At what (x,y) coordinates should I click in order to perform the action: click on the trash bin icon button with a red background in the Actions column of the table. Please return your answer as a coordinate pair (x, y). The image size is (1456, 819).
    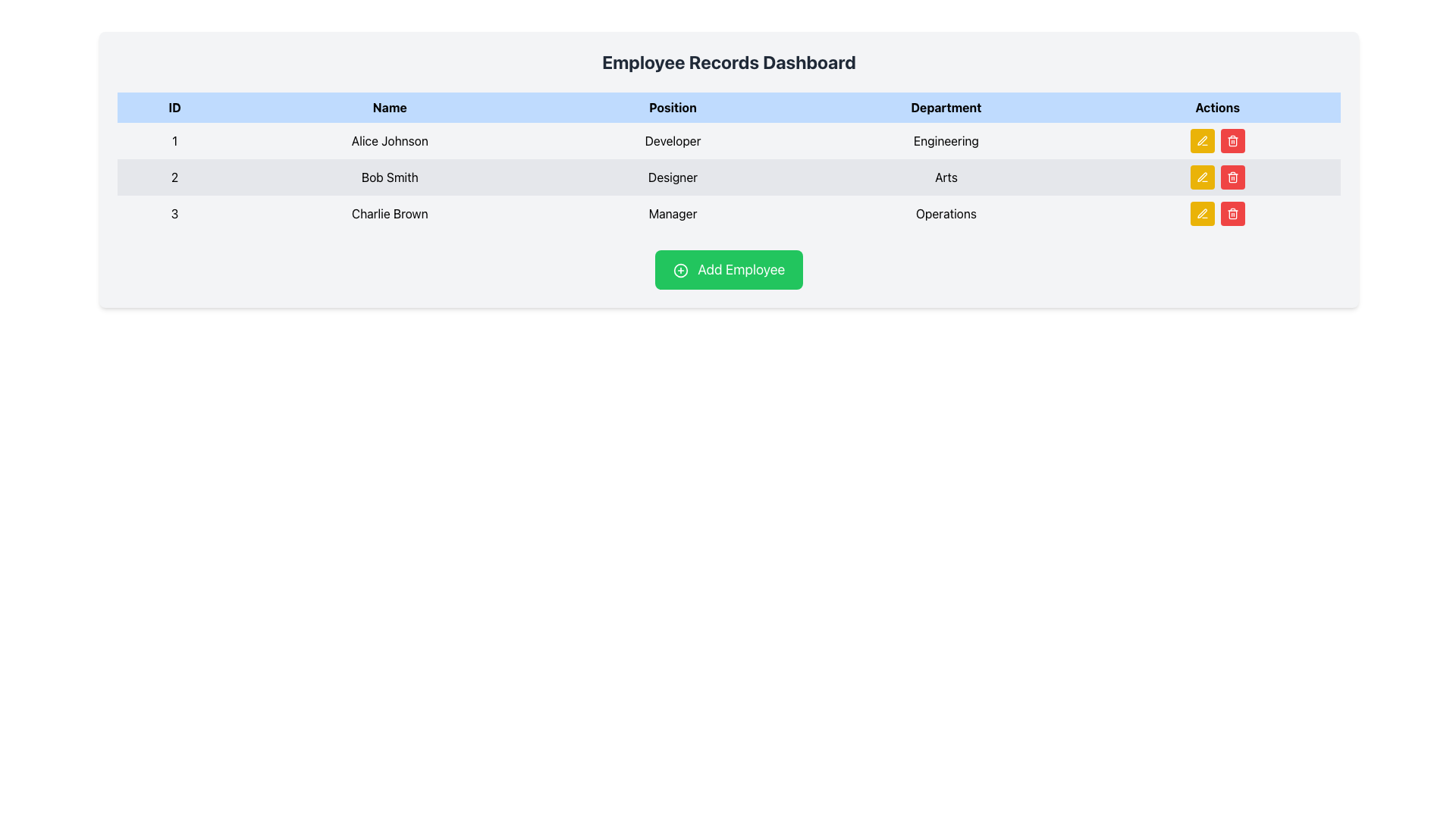
    Looking at the image, I should click on (1232, 140).